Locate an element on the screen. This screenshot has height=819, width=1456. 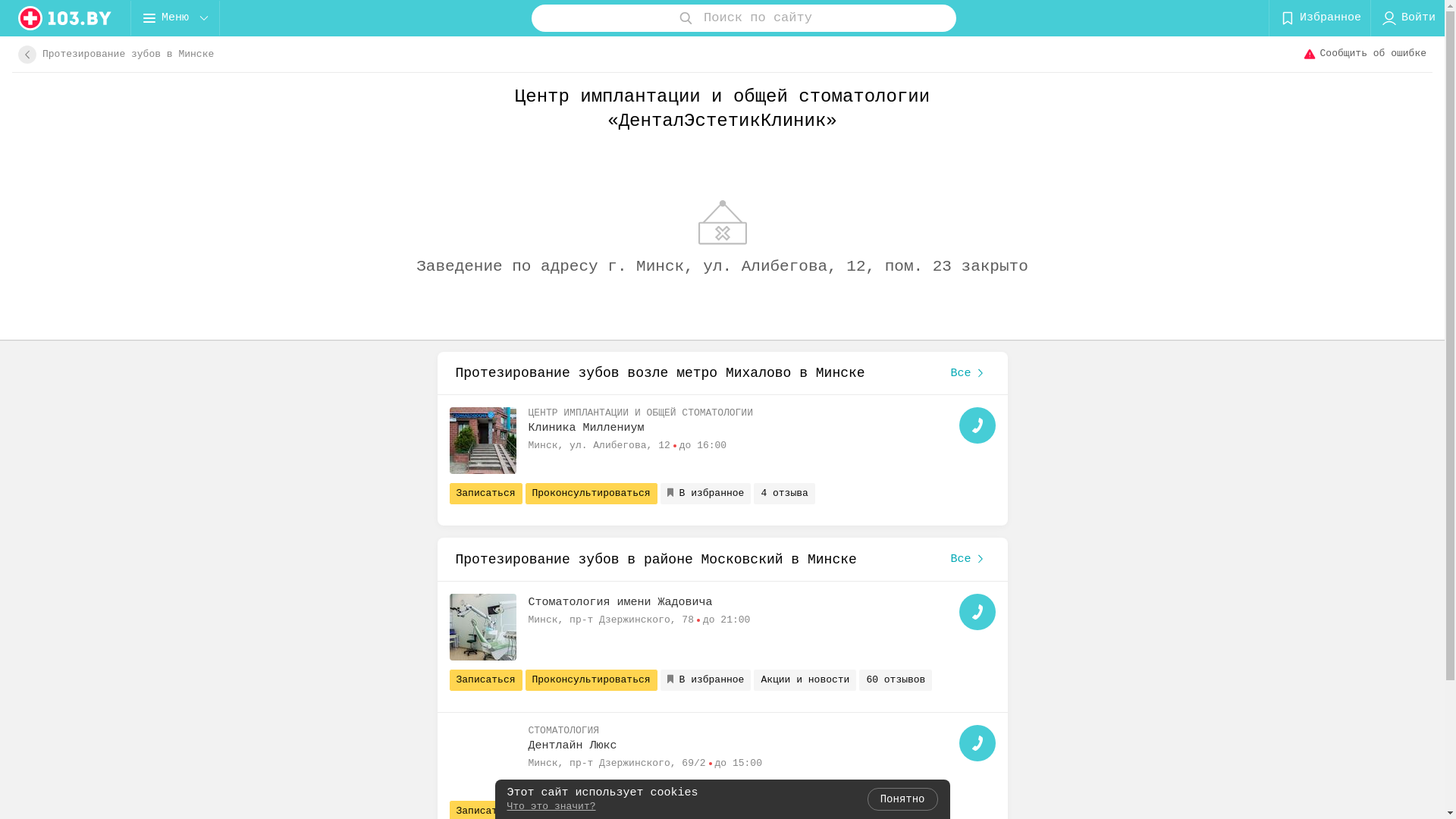
'logo' is located at coordinates (64, 17).